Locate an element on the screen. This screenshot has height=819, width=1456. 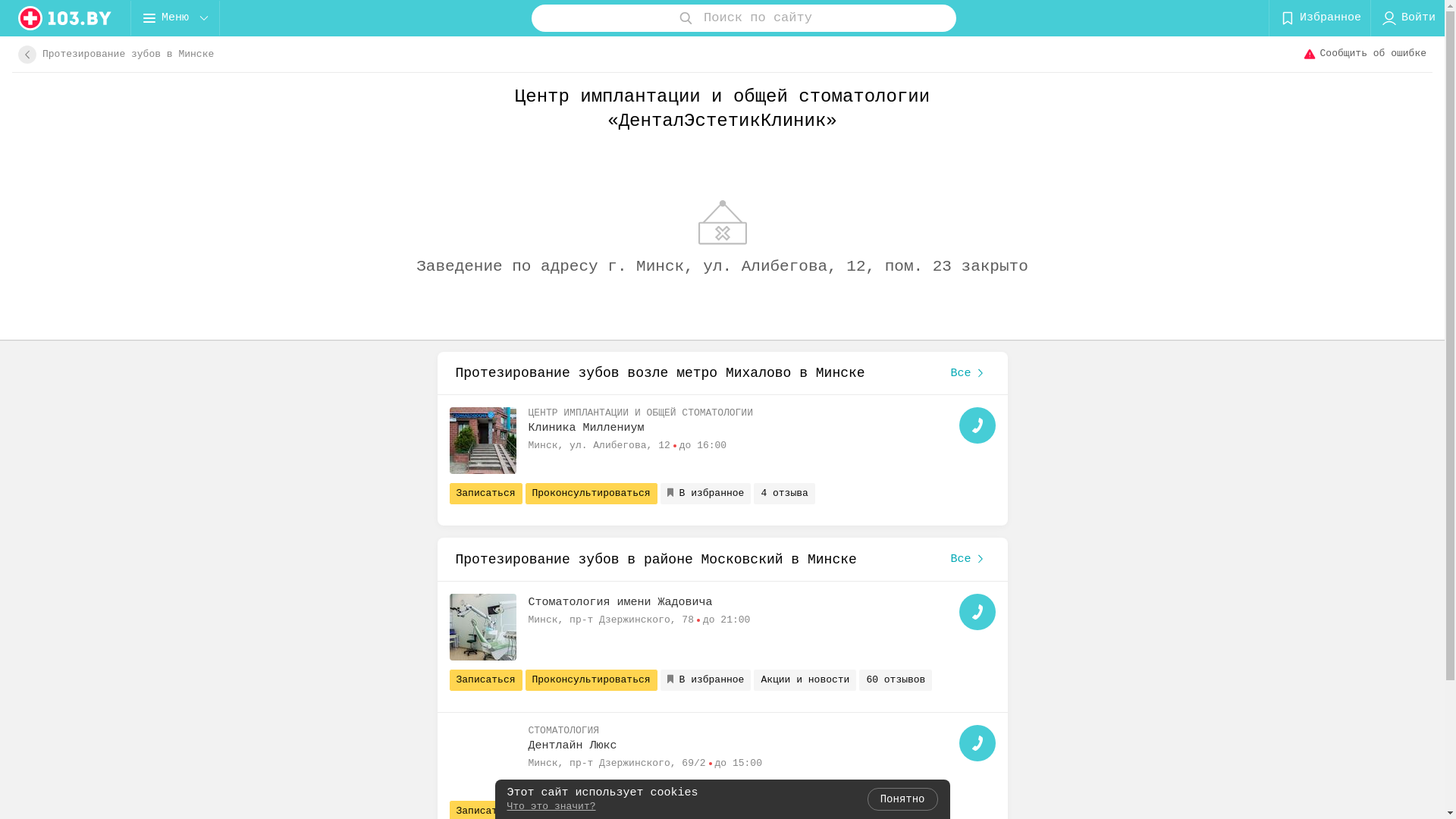
'logo' is located at coordinates (64, 17).